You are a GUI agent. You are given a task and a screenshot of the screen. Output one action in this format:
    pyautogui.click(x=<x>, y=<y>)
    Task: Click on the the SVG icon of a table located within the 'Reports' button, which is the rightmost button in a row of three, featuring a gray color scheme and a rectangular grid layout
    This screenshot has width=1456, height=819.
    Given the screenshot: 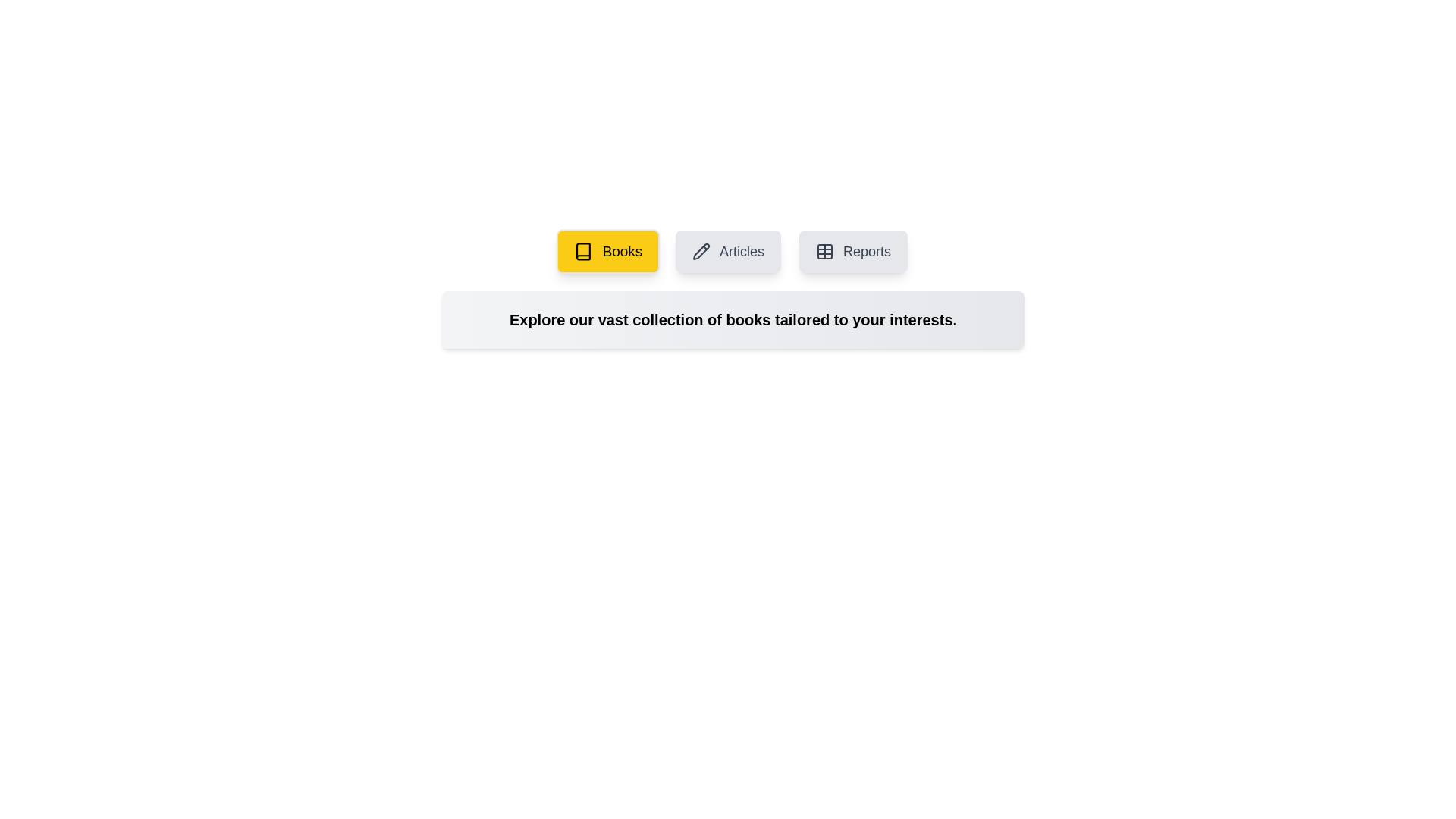 What is the action you would take?
    pyautogui.click(x=824, y=250)
    